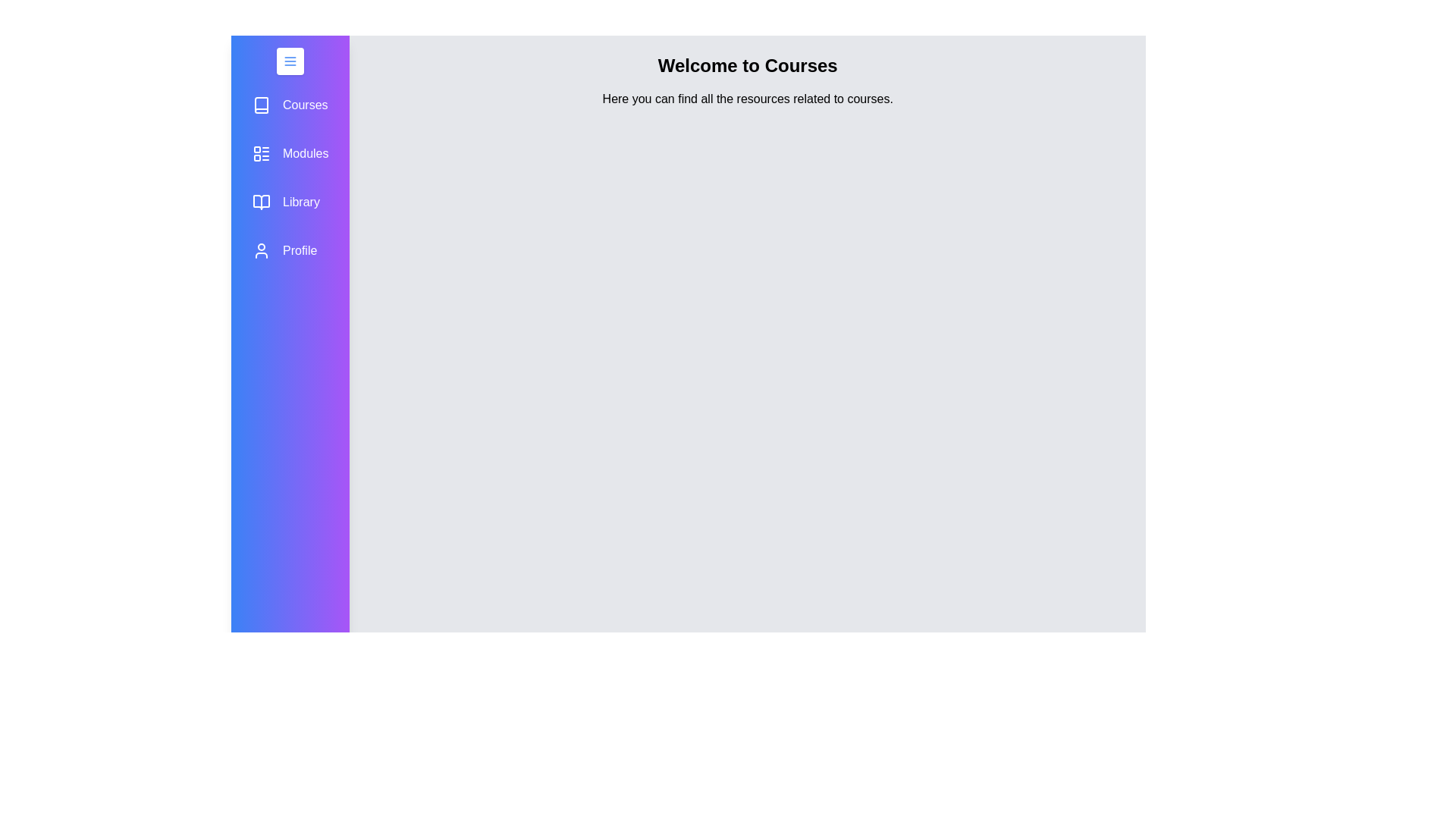 The height and width of the screenshot is (819, 1456). I want to click on the Courses tab from the available options, so click(290, 104).